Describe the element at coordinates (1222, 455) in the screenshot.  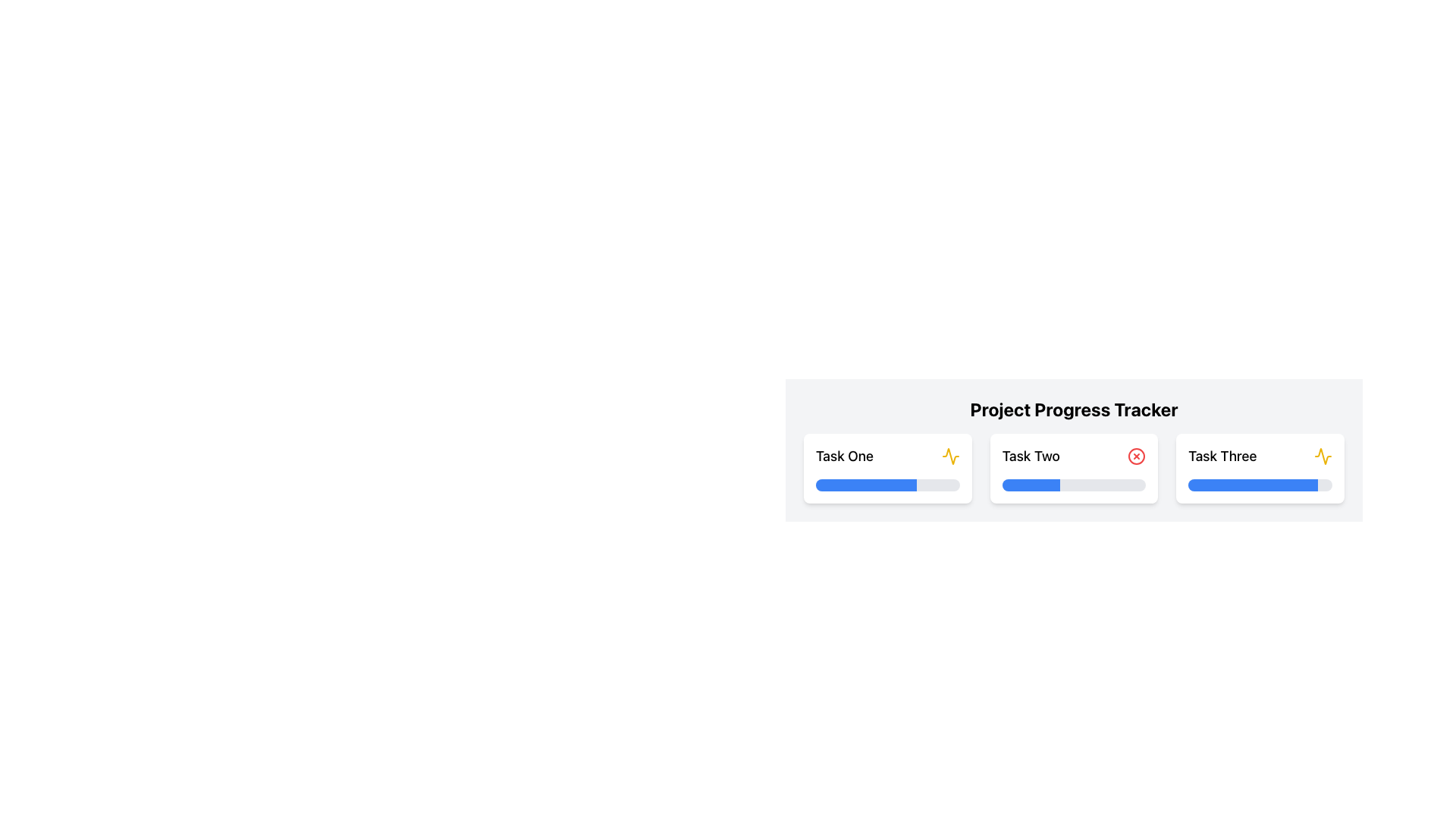
I see `the text label displaying 'Task Three', which is positioned in the rightmost card of the 'Project Progress Tracker' component` at that location.